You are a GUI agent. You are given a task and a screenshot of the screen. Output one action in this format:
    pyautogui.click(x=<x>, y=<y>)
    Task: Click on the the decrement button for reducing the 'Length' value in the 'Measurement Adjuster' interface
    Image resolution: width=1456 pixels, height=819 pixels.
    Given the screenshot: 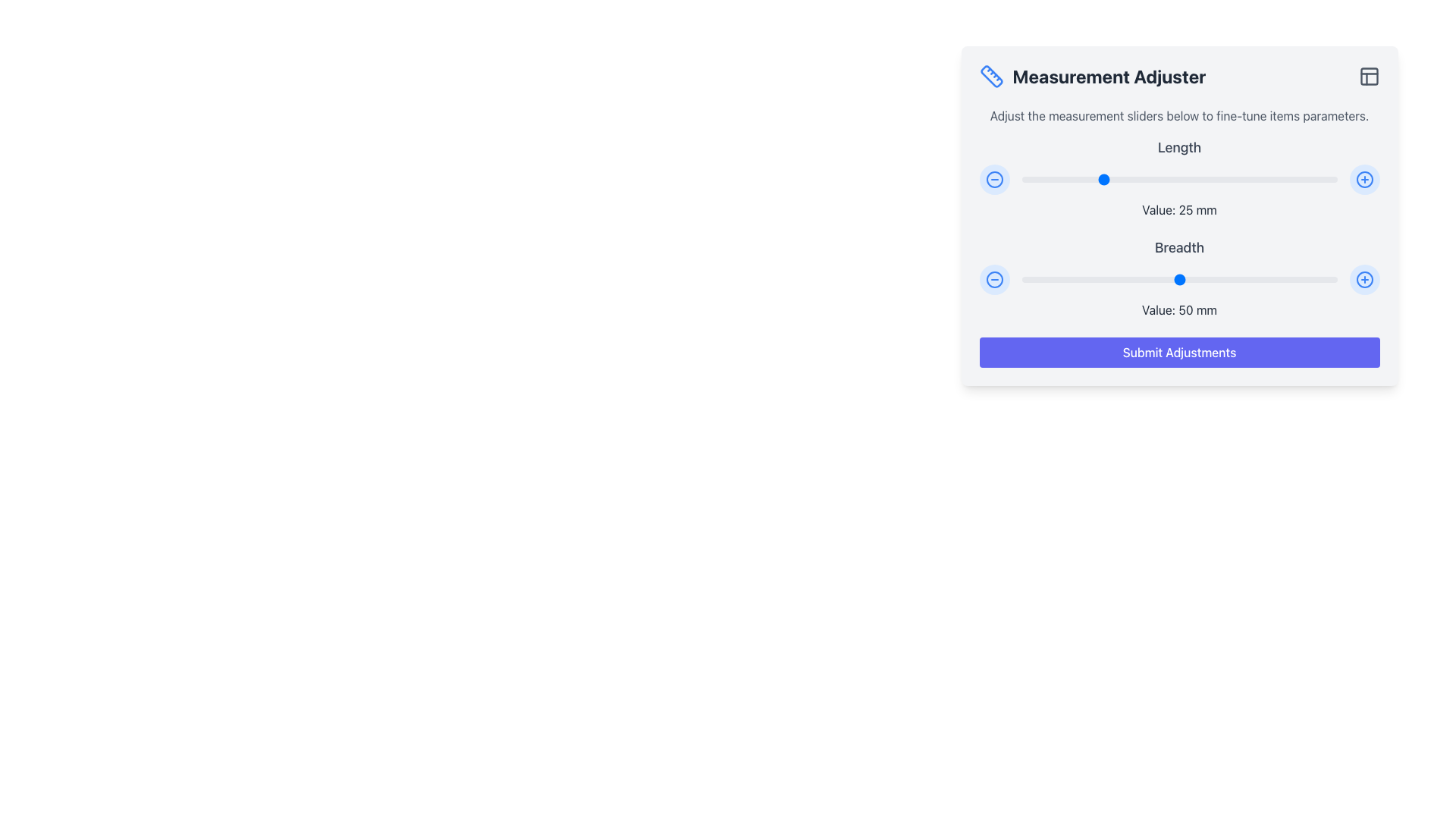 What is the action you would take?
    pyautogui.click(x=994, y=178)
    